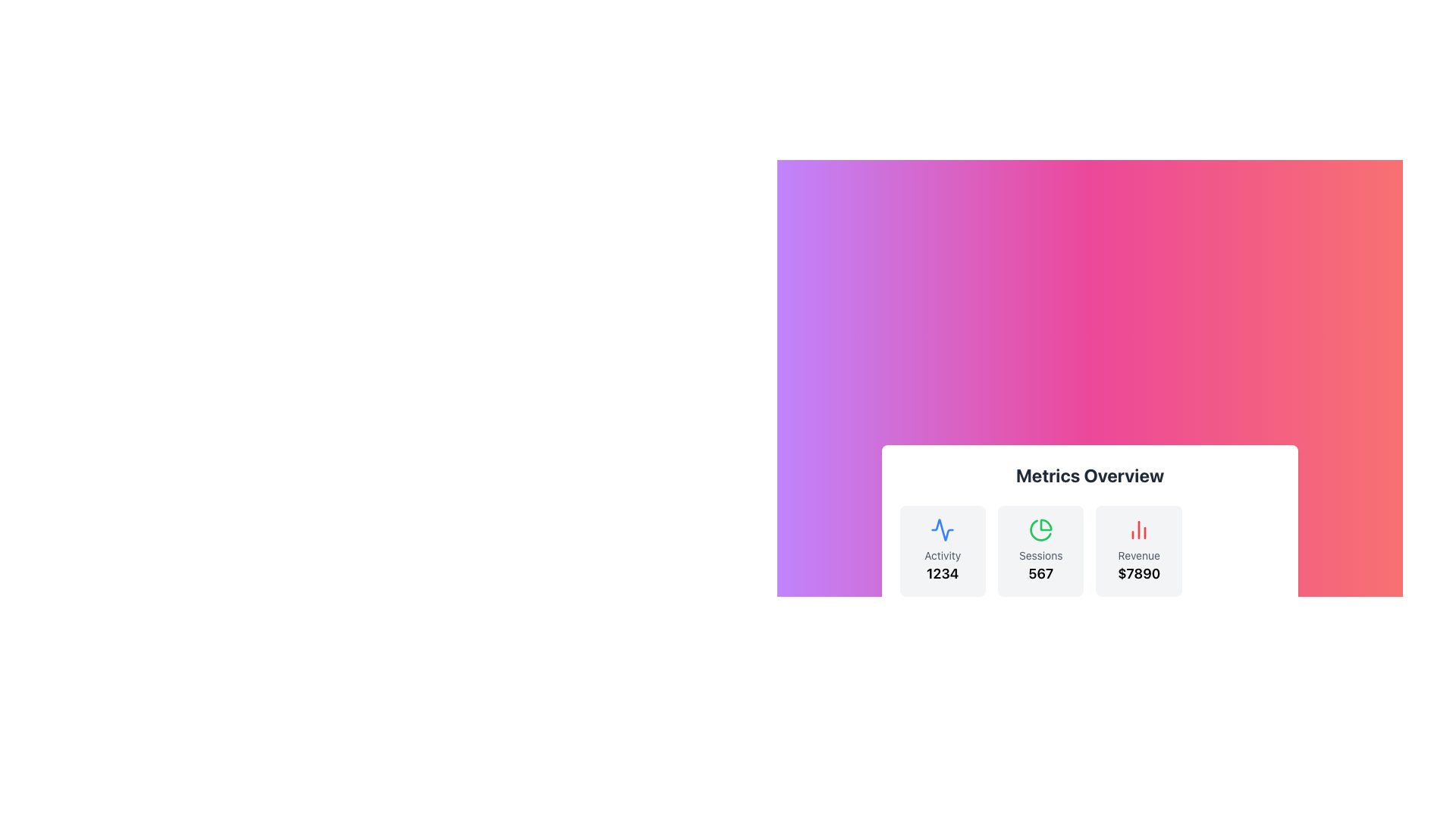 Image resolution: width=1456 pixels, height=819 pixels. I want to click on the 'Sessions' text label which provides a descriptive label for the metric displayed beneath it, located in a card-like component above the numerical text '567', so click(1040, 555).